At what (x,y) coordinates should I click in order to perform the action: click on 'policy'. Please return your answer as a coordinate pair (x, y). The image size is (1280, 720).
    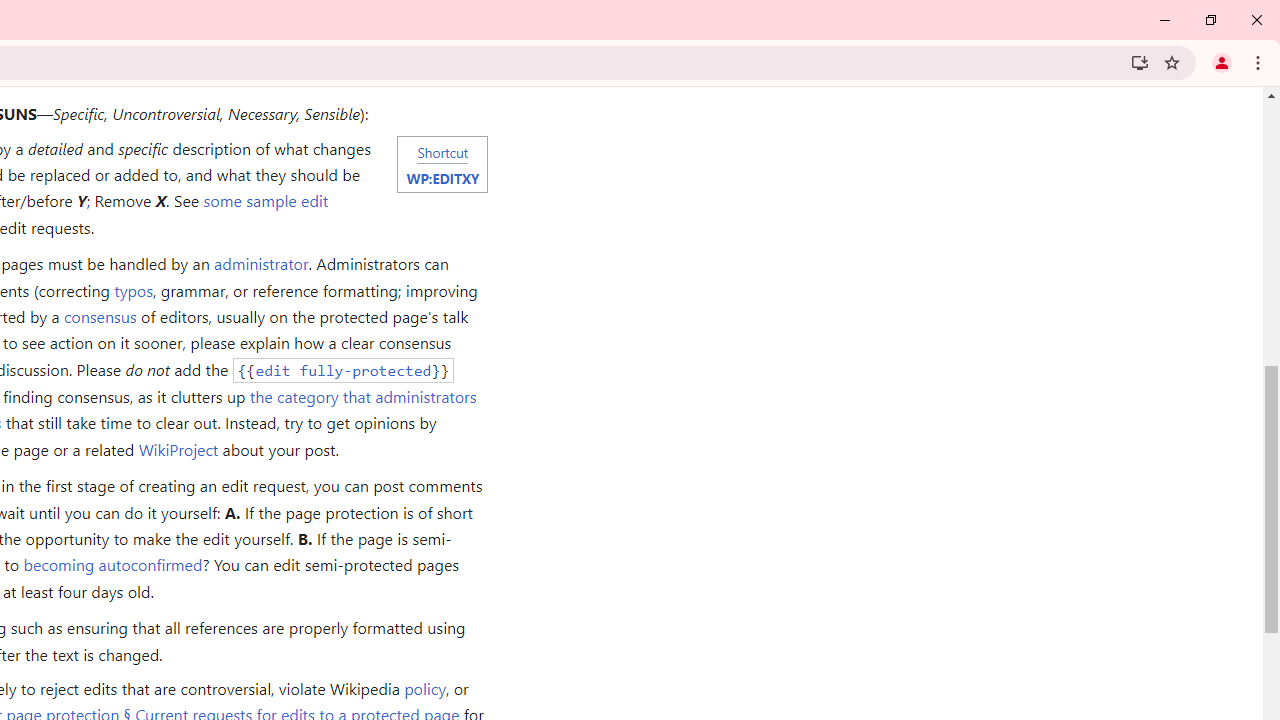
    Looking at the image, I should click on (423, 686).